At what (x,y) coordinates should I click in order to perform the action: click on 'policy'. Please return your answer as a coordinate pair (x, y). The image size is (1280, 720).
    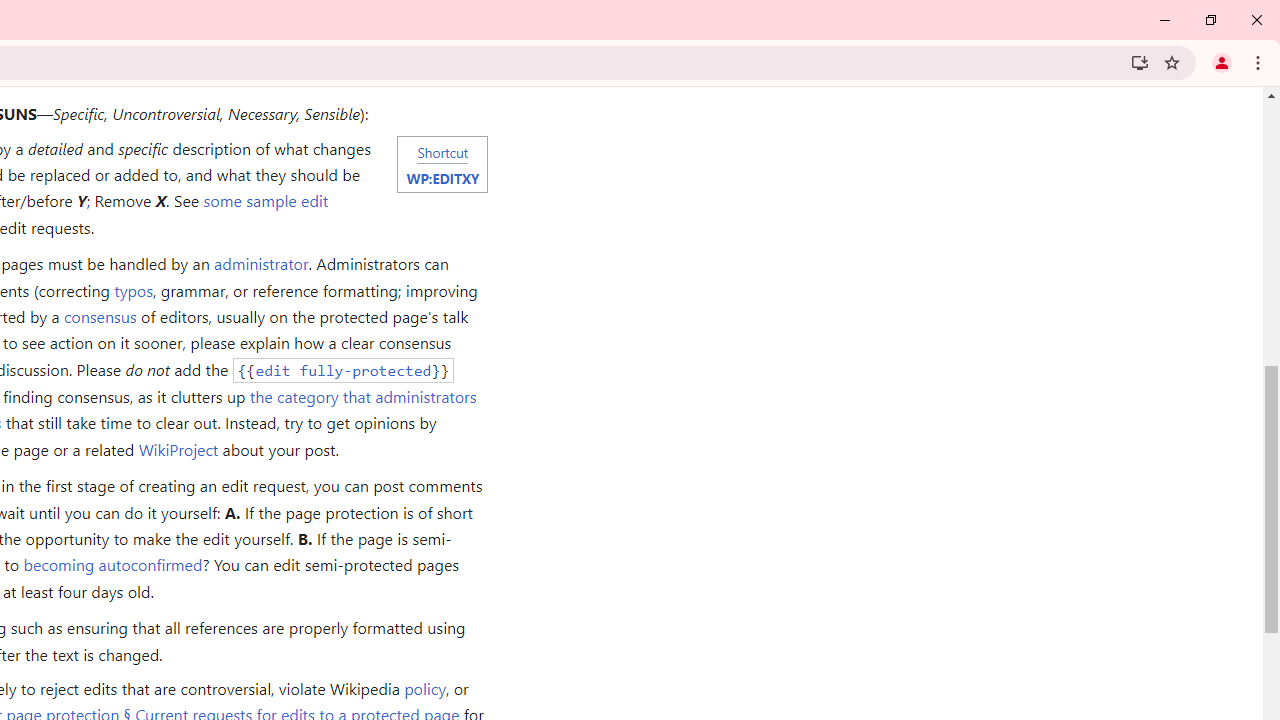
    Looking at the image, I should click on (423, 686).